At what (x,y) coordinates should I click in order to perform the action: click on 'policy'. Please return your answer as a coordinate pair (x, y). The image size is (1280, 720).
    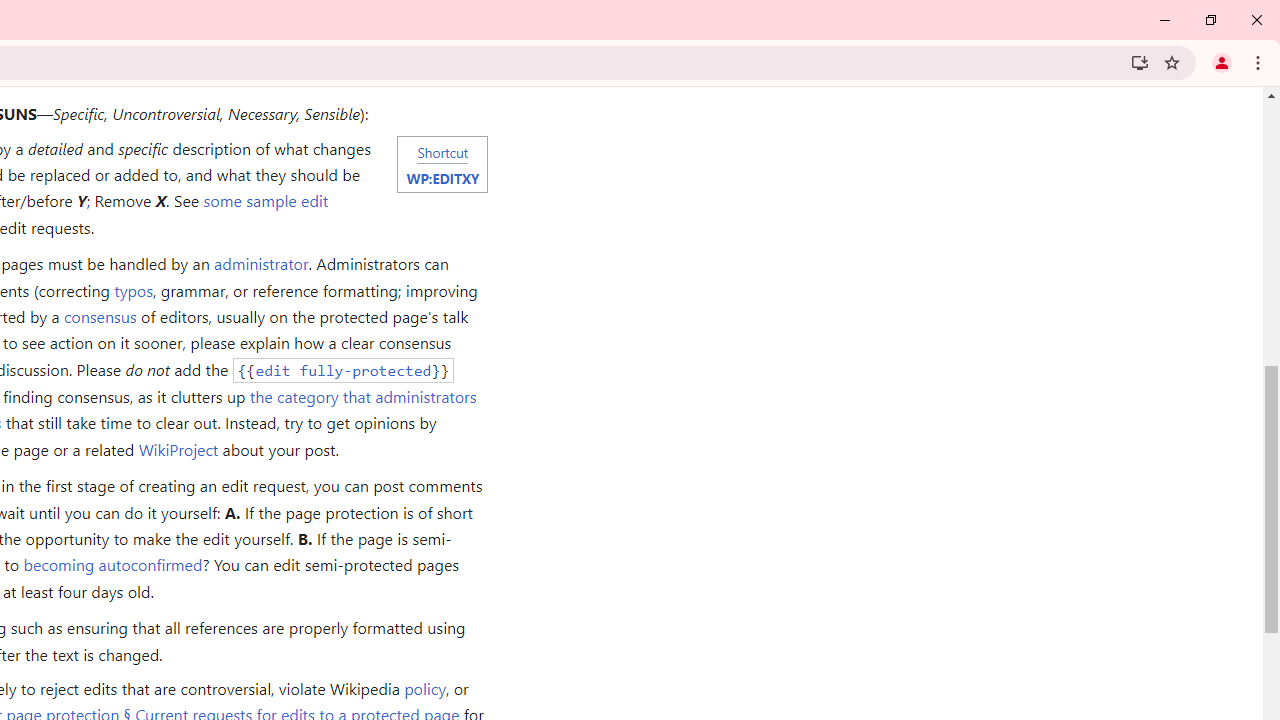
    Looking at the image, I should click on (423, 686).